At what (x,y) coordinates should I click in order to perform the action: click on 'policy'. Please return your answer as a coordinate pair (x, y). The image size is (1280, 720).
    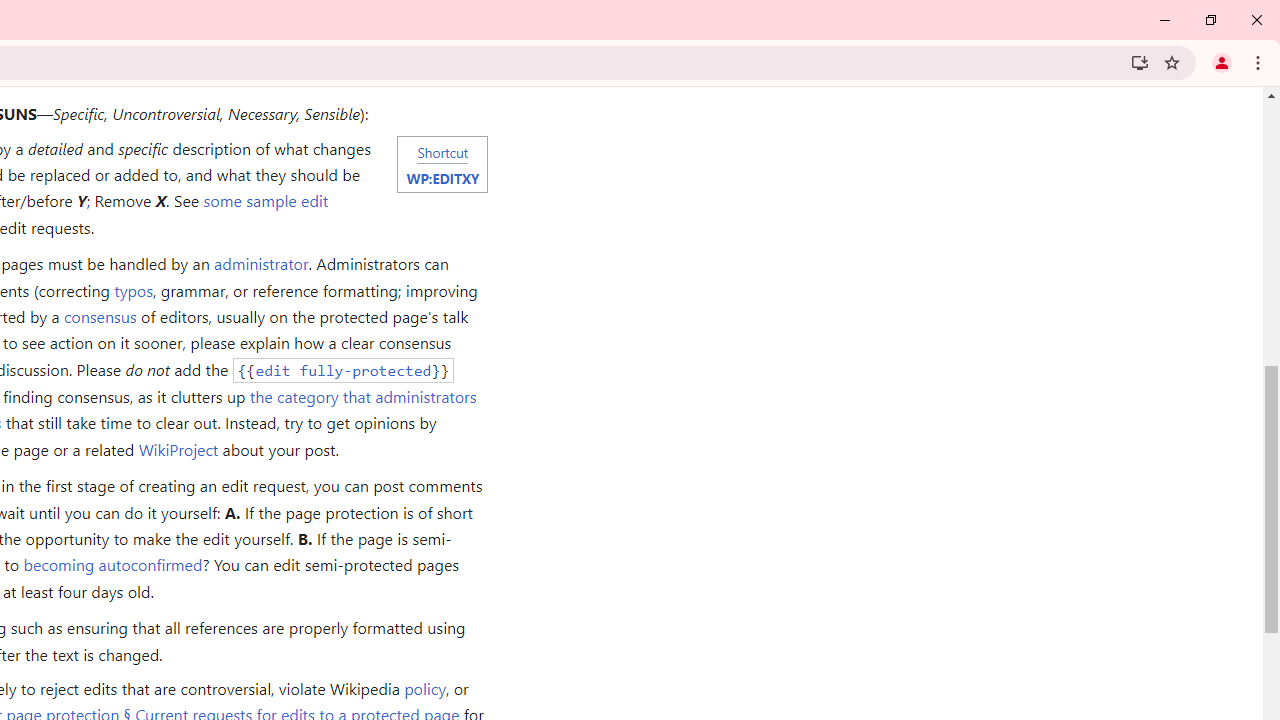
    Looking at the image, I should click on (423, 686).